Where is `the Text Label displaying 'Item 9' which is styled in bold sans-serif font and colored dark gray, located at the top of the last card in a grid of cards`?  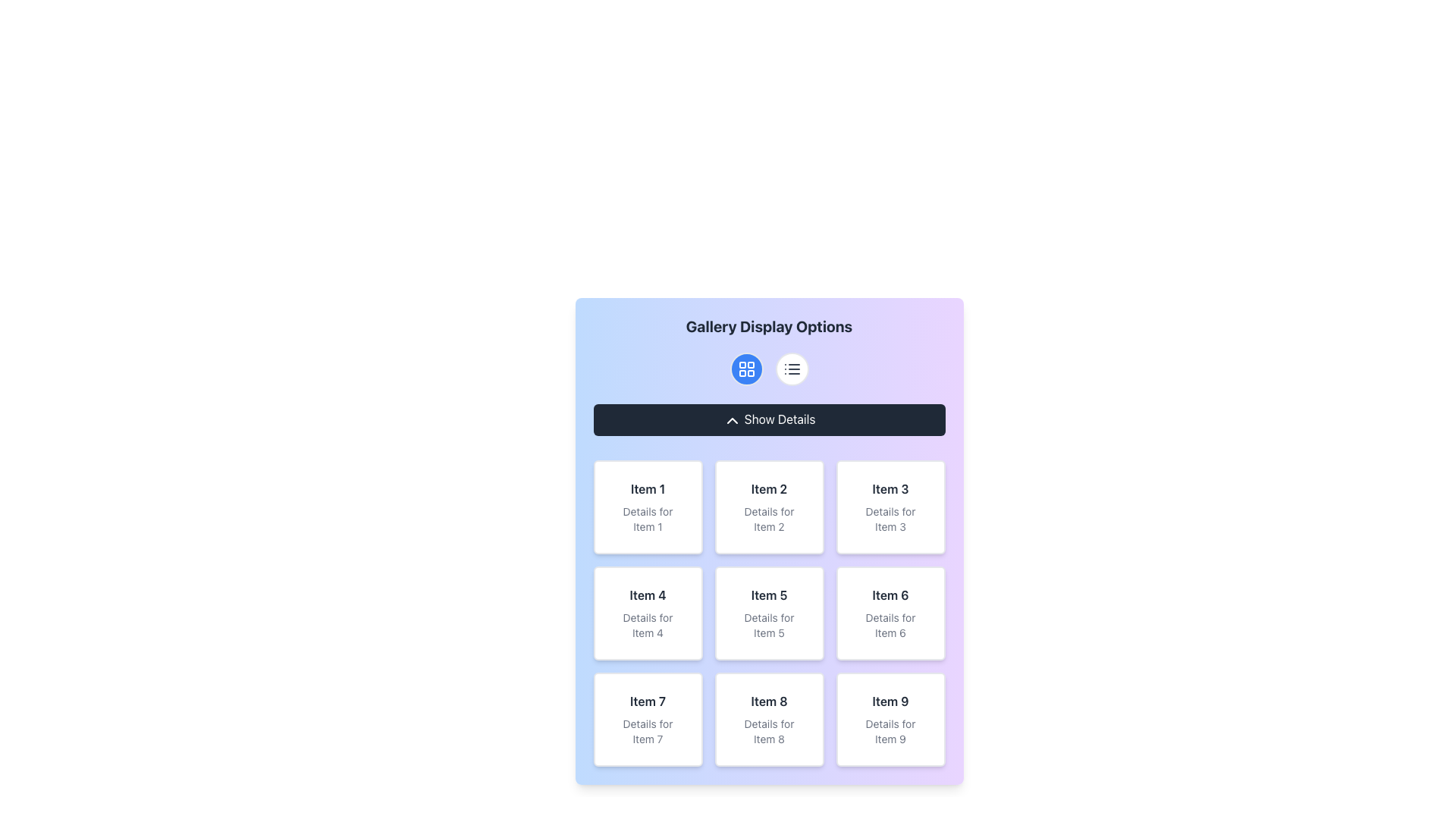
the Text Label displaying 'Item 9' which is styled in bold sans-serif font and colored dark gray, located at the top of the last card in a grid of cards is located at coordinates (890, 701).